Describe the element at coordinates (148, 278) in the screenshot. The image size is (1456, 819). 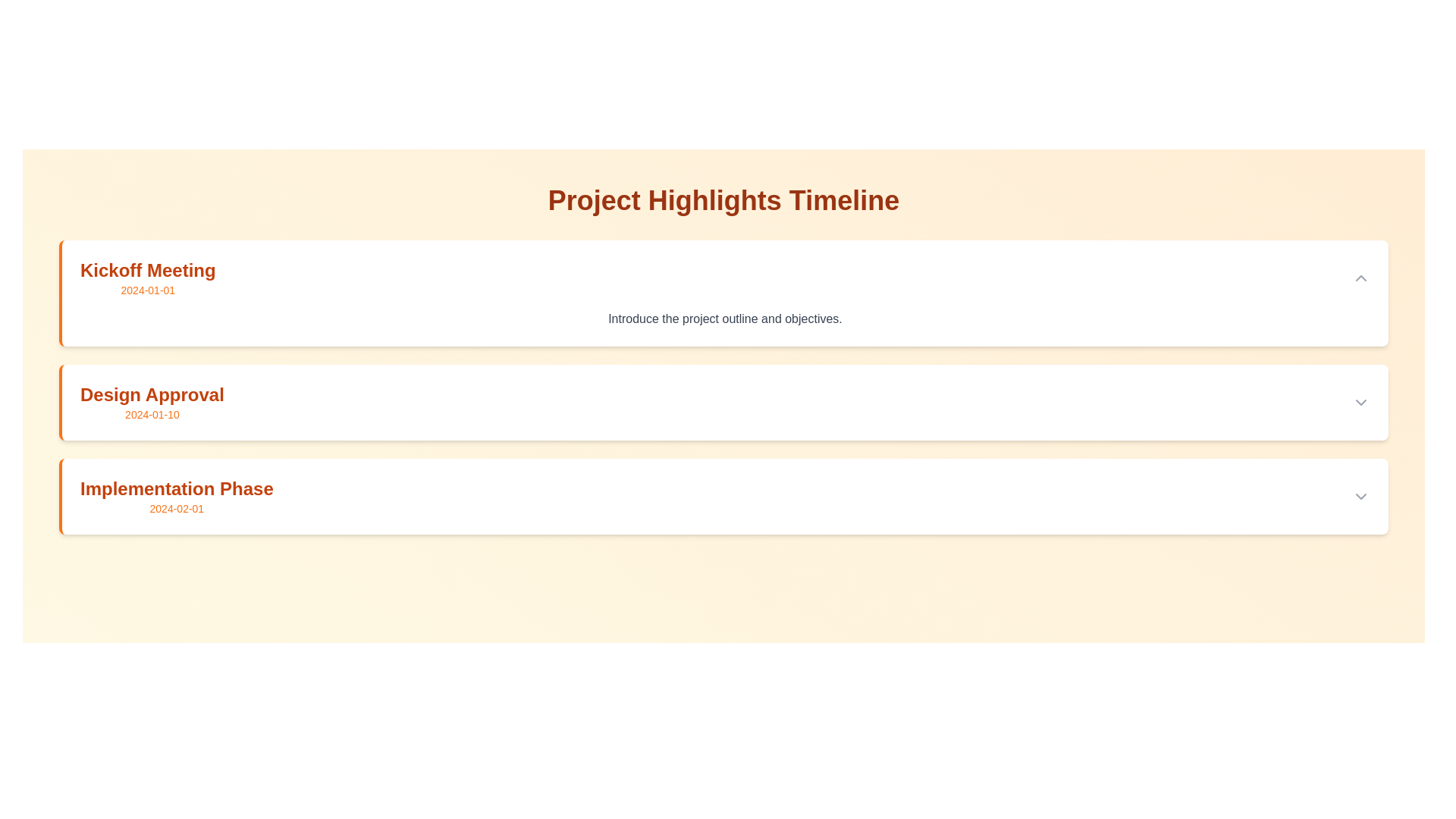
I see `the static text element displaying the title 'Kickoff Meeting' and the date '2024-01-01', which is located at the top of the list and styled in orange fonts` at that location.